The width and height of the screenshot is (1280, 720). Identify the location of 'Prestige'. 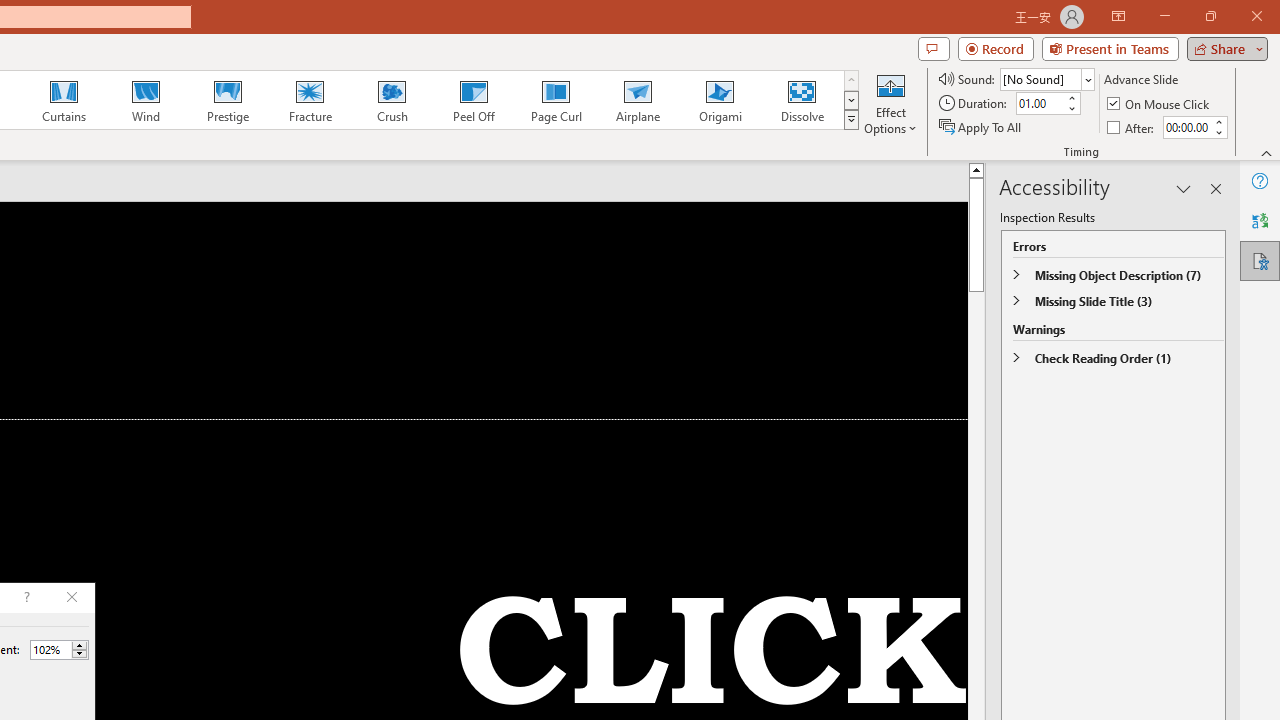
(227, 100).